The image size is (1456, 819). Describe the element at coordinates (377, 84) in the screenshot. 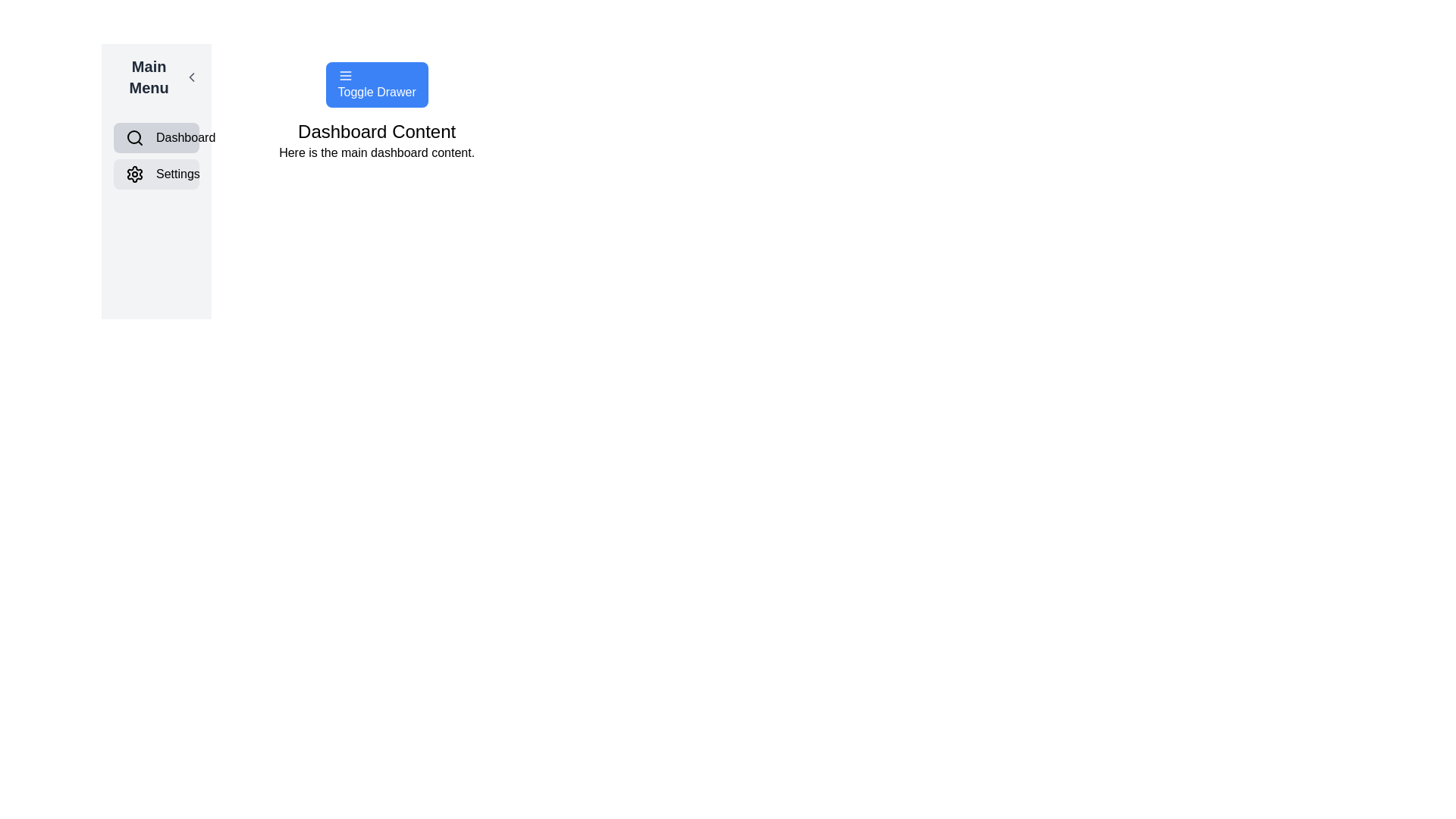

I see `the 'Toggle Drawer' button, which is a rectangular blue button with white text and a menu icon on the left` at that location.